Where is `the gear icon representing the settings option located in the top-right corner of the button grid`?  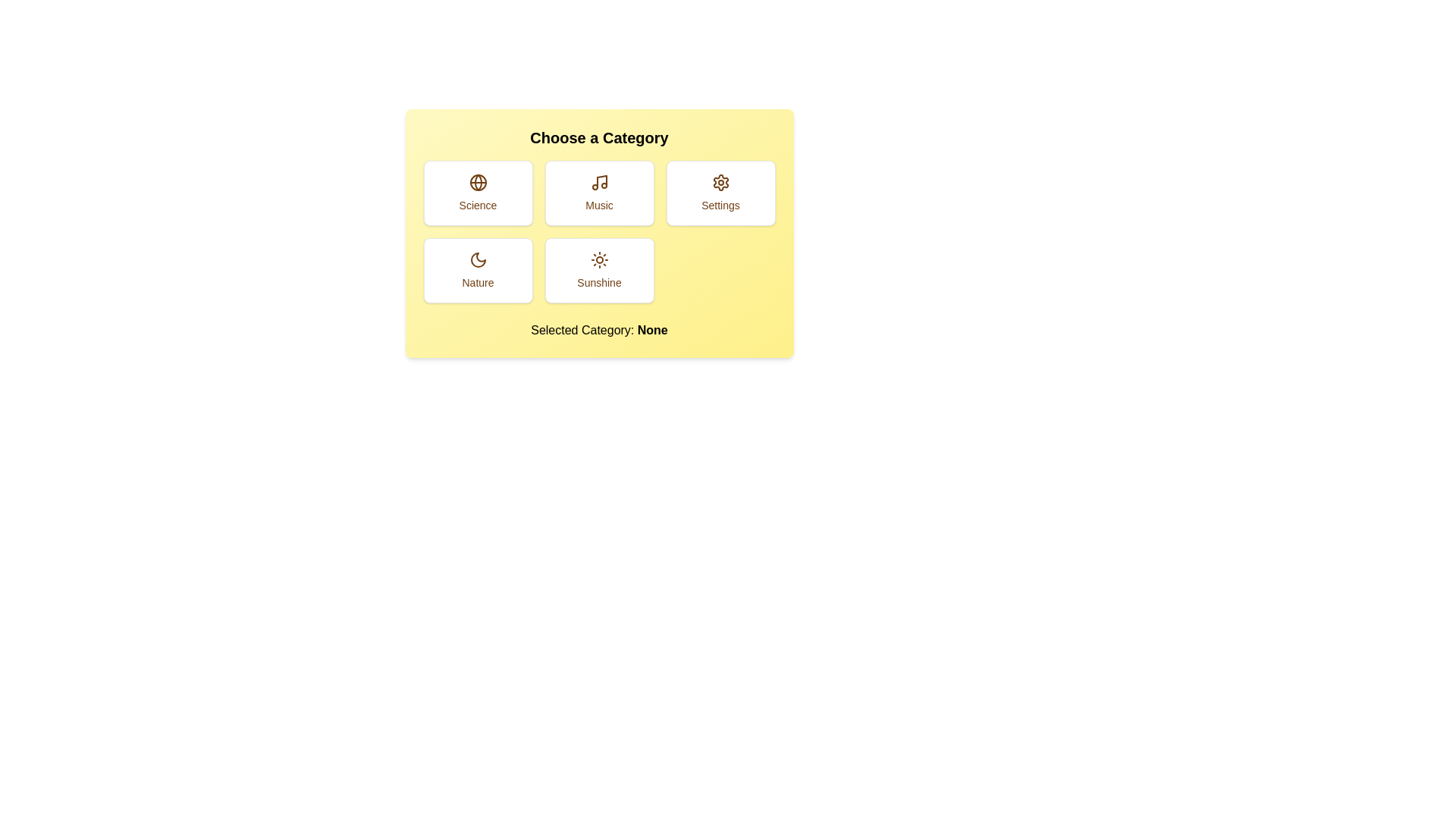 the gear icon representing the settings option located in the top-right corner of the button grid is located at coordinates (720, 181).